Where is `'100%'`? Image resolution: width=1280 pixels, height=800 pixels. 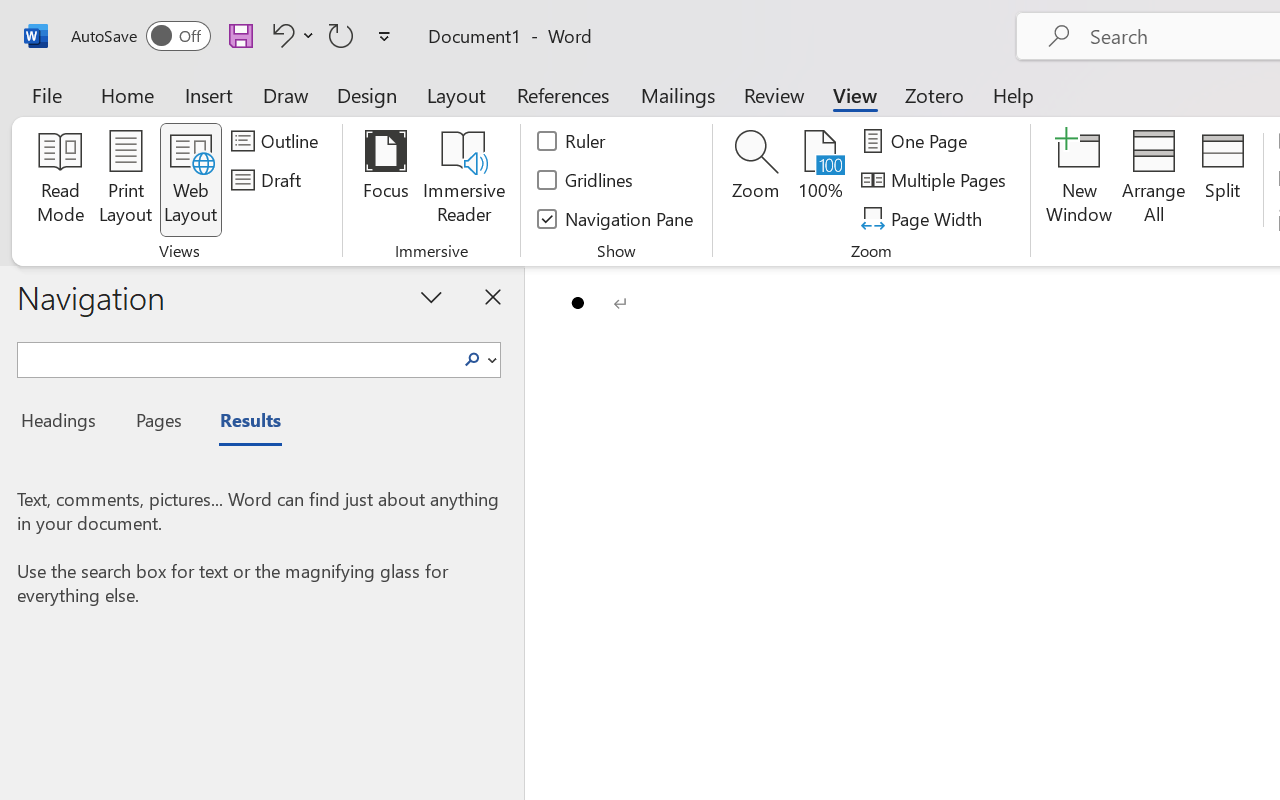 '100%' is located at coordinates (821, 179).